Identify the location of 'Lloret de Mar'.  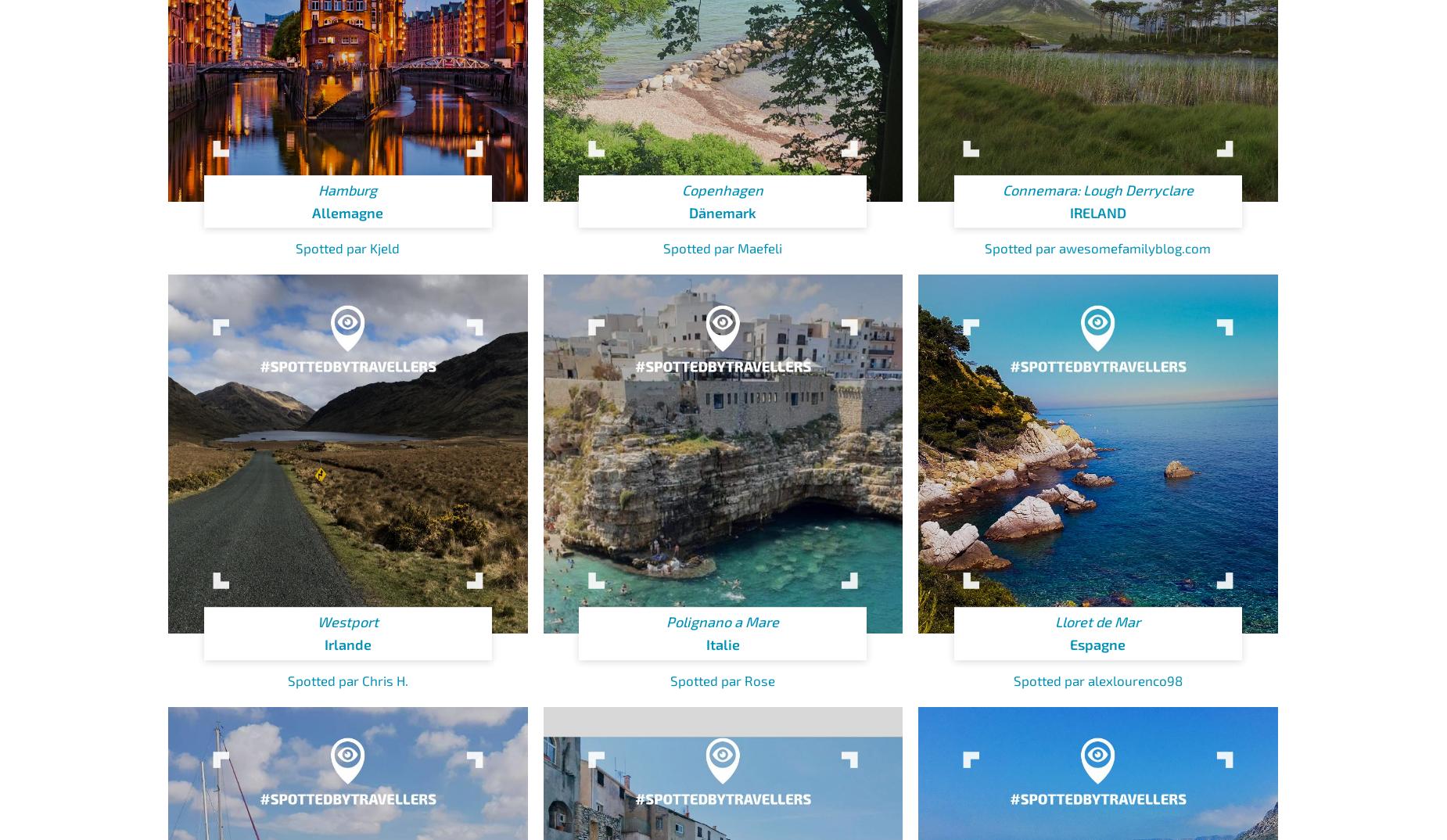
(1097, 620).